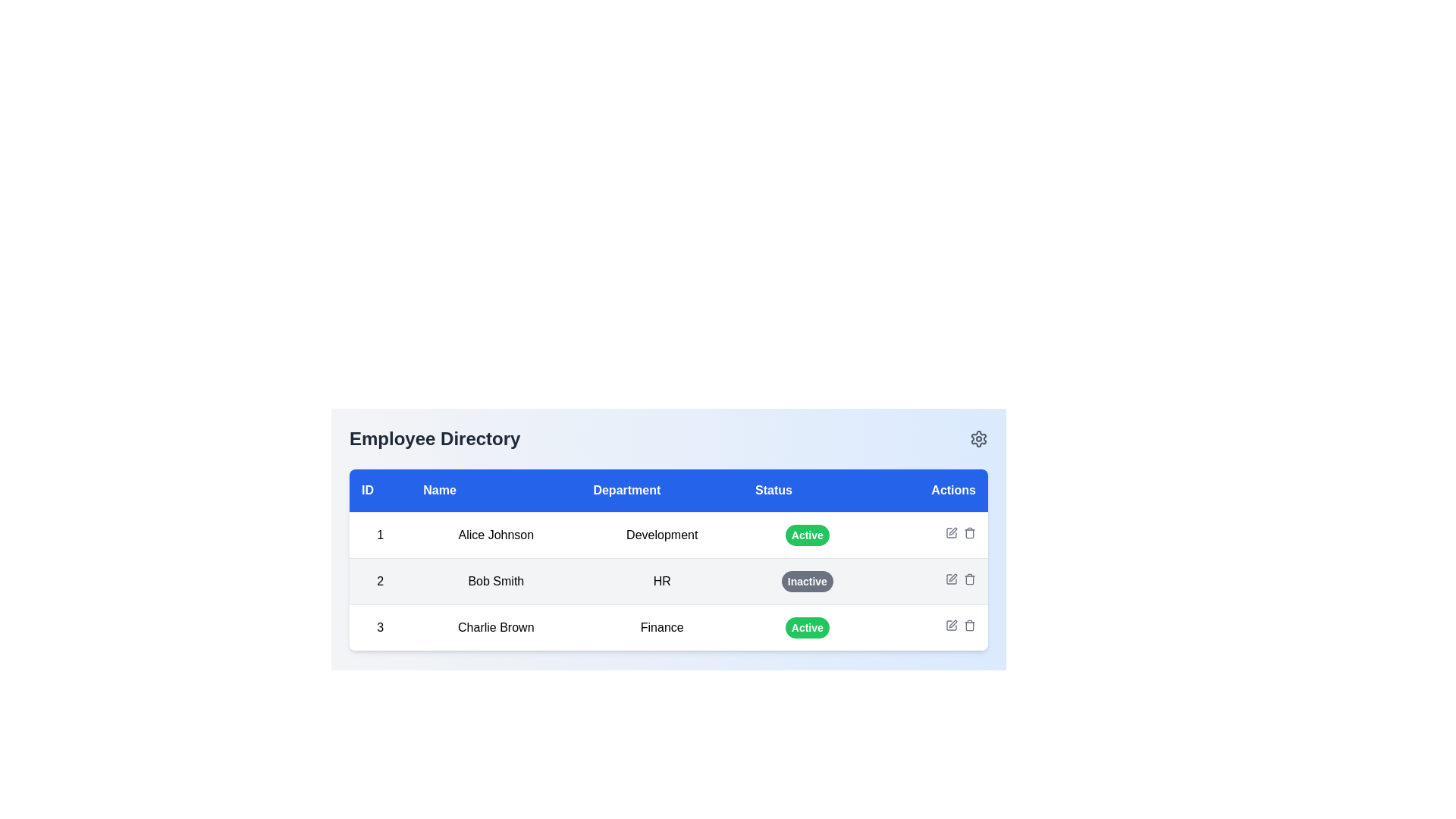 This screenshot has width=1456, height=819. Describe the element at coordinates (929, 491) in the screenshot. I see `the 'Actions' table header, which is the fifth element in the header row, aligned to the right with bold white text on a blue background` at that location.